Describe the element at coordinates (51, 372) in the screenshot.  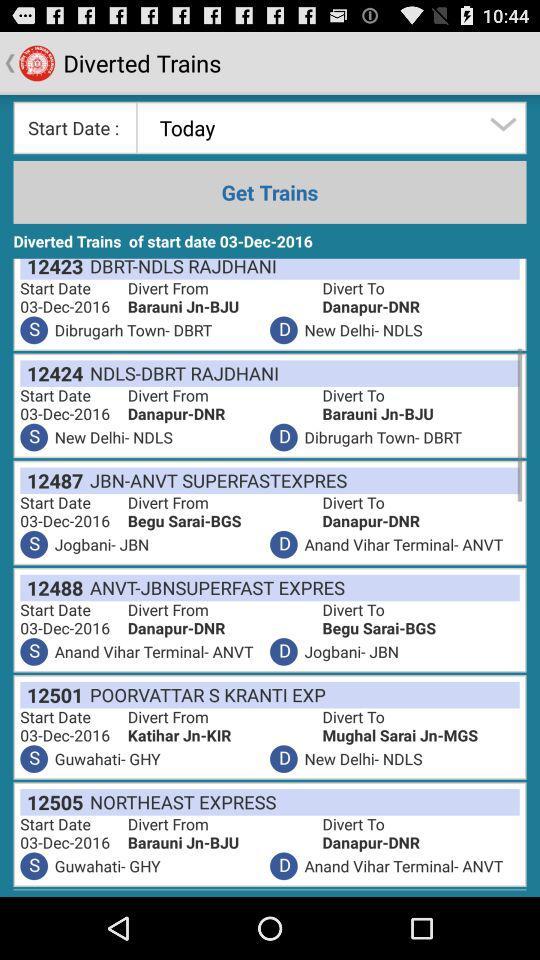
I see `12424 item` at that location.